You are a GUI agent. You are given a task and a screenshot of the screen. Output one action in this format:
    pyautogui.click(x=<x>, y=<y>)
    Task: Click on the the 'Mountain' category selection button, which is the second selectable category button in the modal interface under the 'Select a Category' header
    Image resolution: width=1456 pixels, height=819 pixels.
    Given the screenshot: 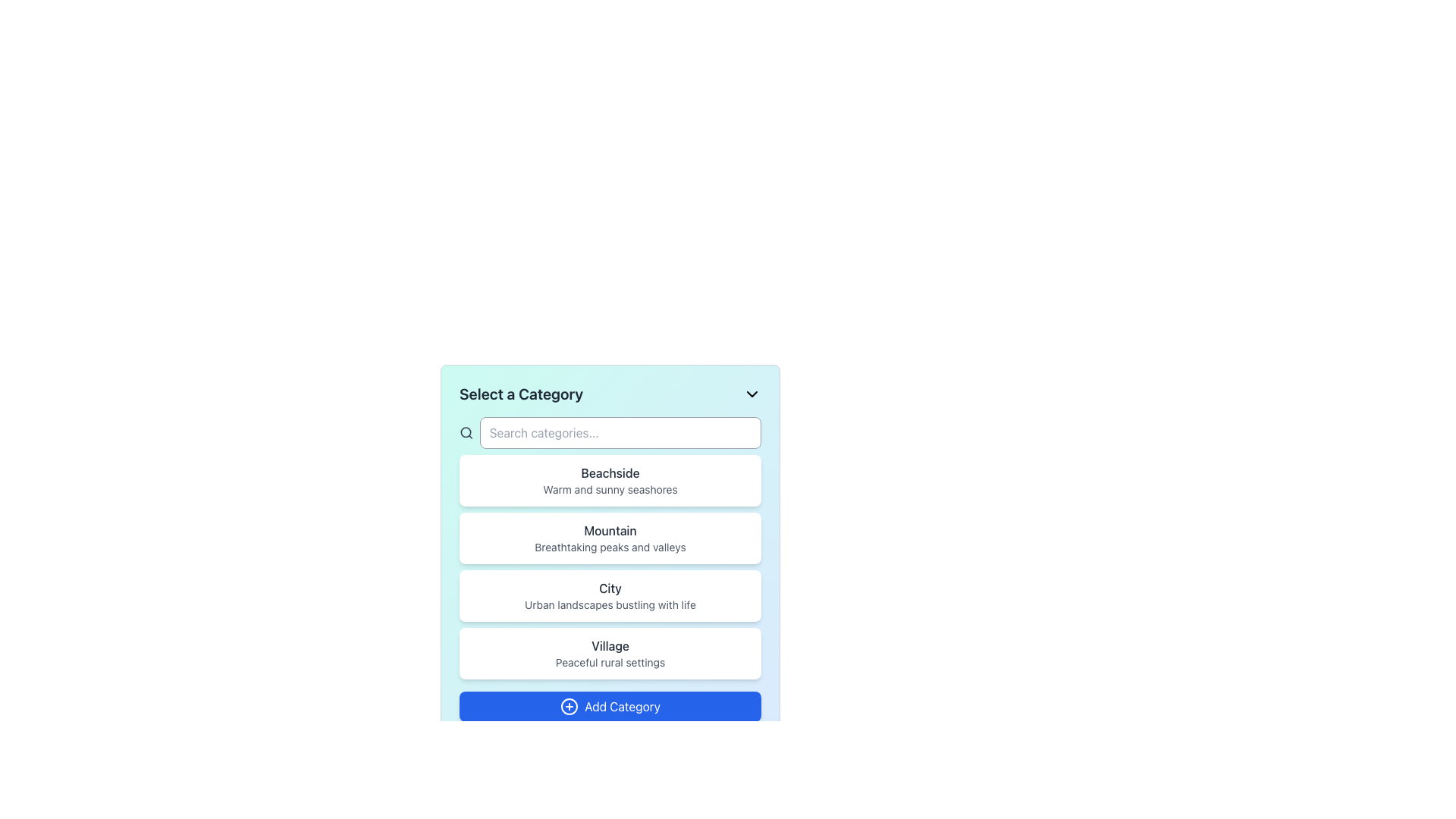 What is the action you would take?
    pyautogui.click(x=610, y=553)
    